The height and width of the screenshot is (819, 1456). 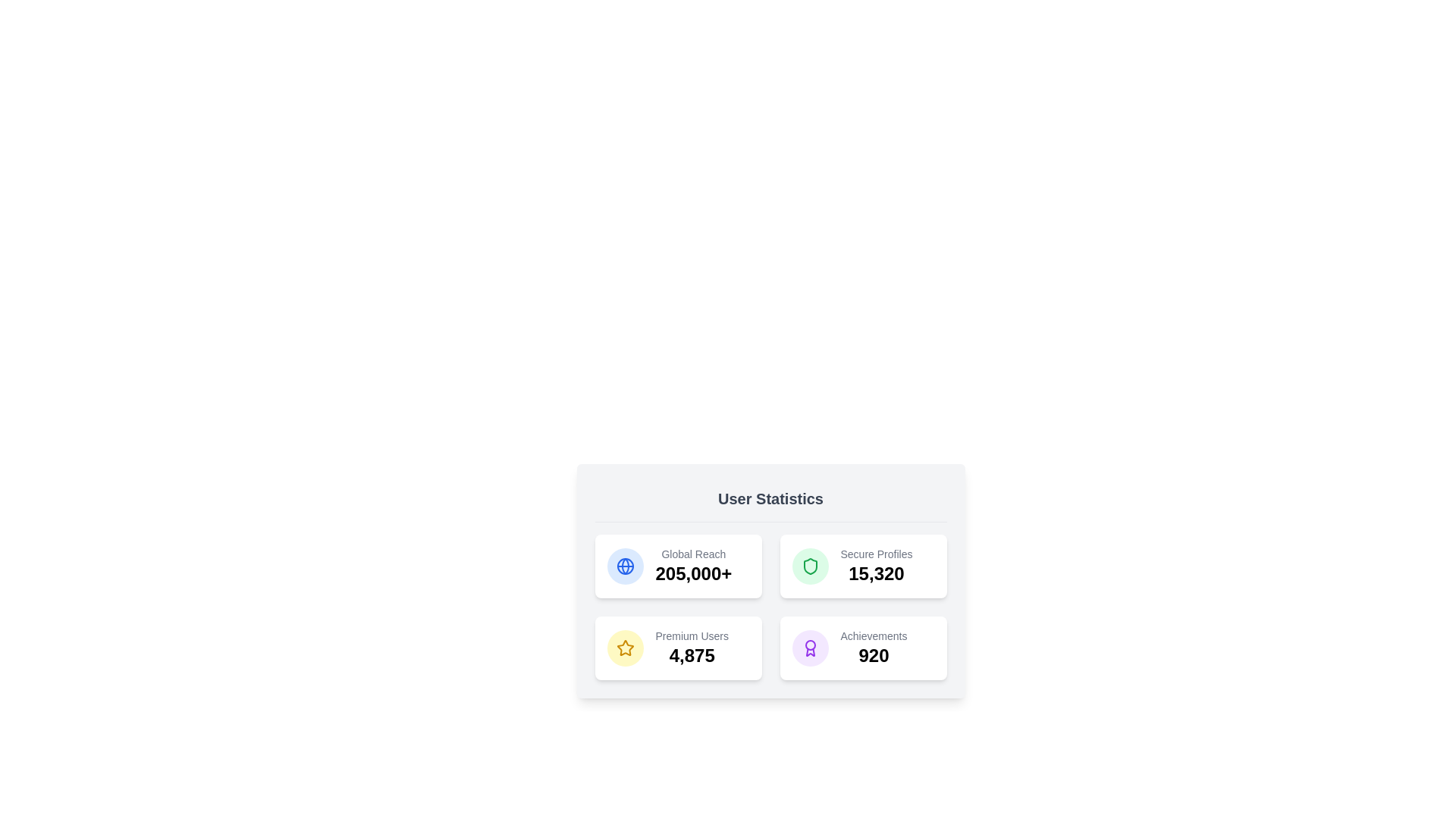 What do you see at coordinates (809, 648) in the screenshot?
I see `the circular badge with a purple background containing an award ribbon icon, located in the bottom-right area of the 'Achievements 920' section` at bounding box center [809, 648].